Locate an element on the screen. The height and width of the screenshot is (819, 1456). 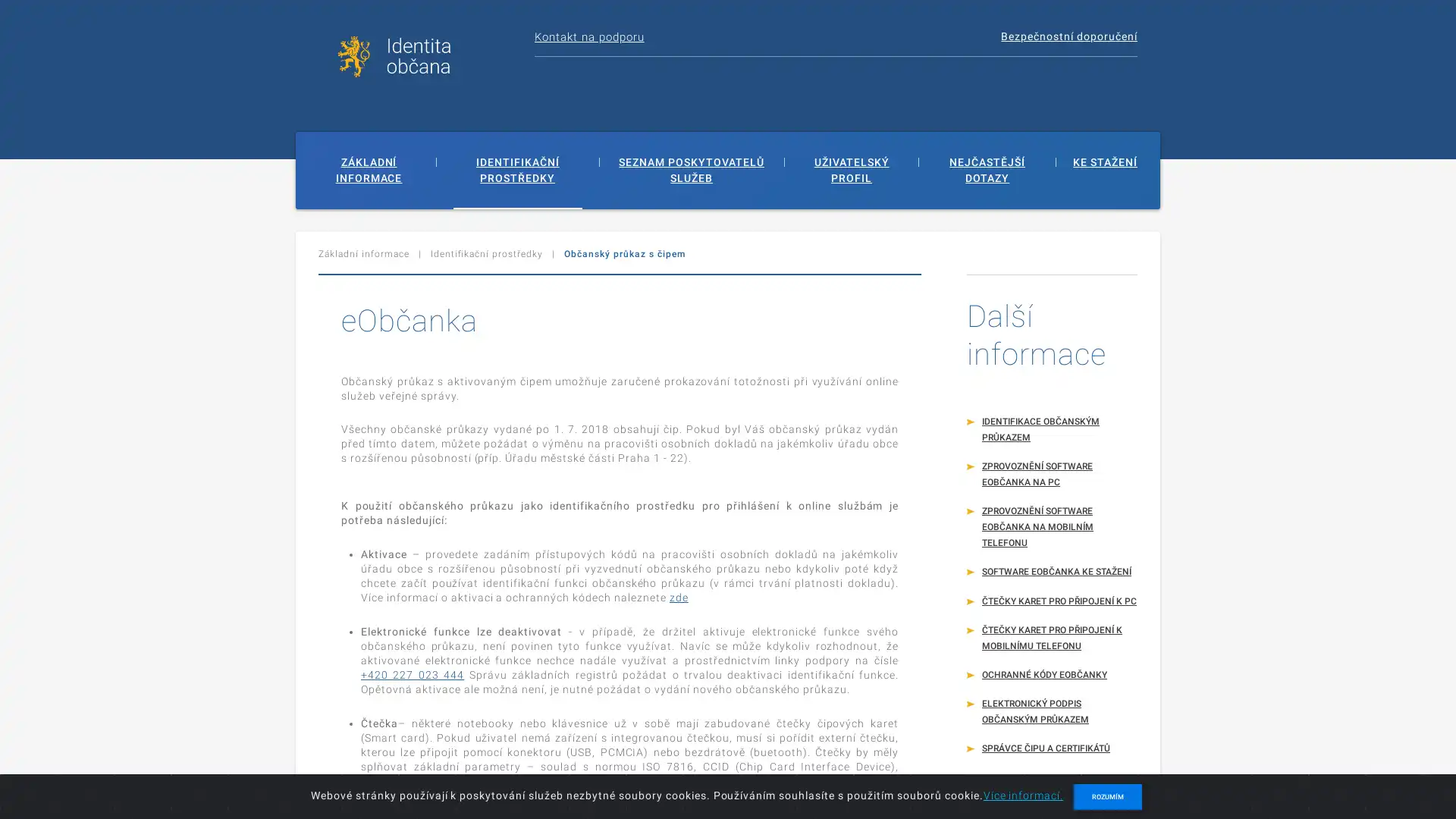
ROZUMIM is located at coordinates (1107, 795).